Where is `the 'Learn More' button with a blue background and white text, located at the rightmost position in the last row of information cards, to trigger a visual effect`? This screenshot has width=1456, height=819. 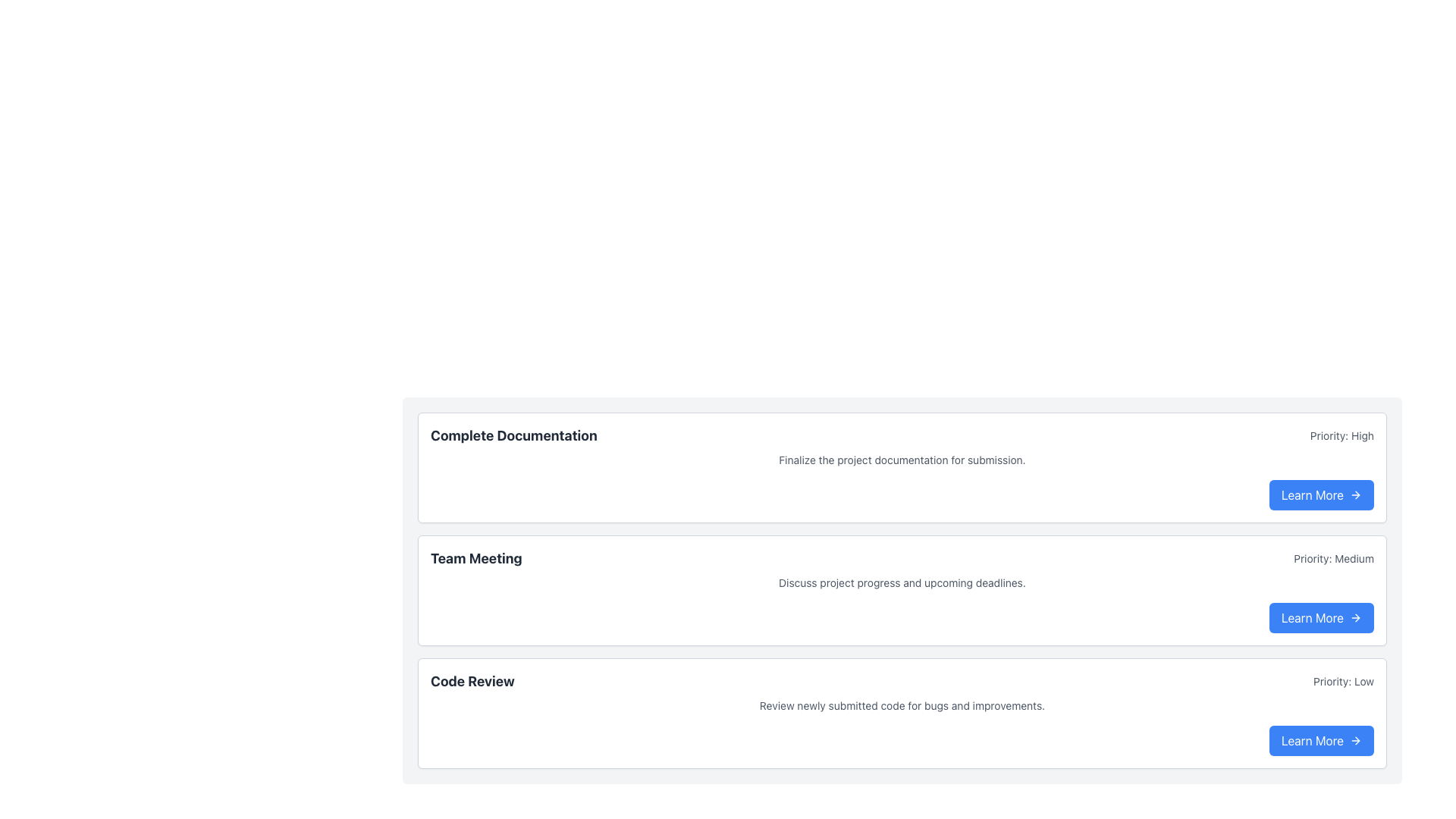 the 'Learn More' button with a blue background and white text, located at the rightmost position in the last row of information cards, to trigger a visual effect is located at coordinates (1320, 739).